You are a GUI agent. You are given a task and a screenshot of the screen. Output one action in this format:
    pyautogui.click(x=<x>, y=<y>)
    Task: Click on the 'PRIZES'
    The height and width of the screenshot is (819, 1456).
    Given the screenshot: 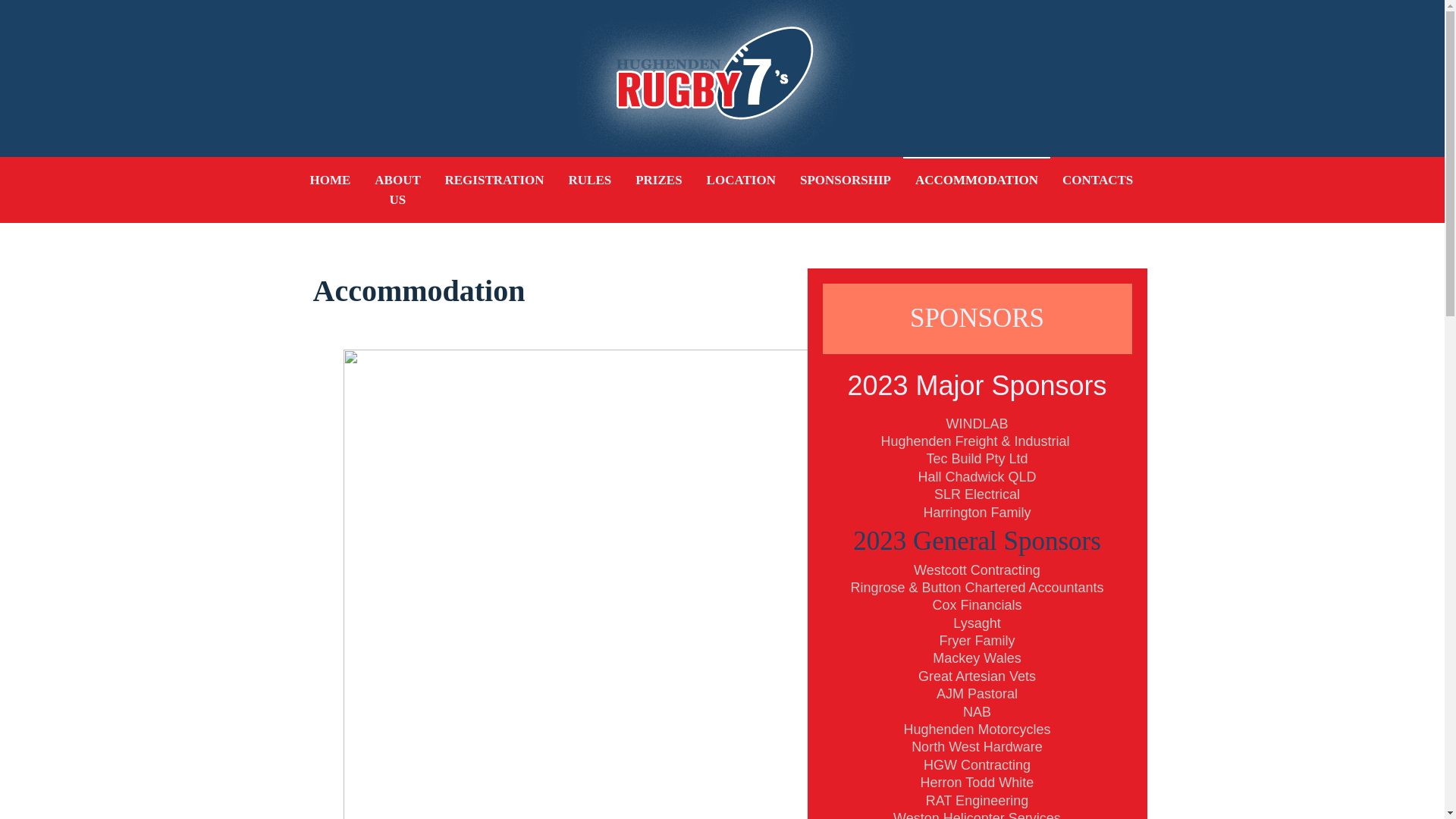 What is the action you would take?
    pyautogui.click(x=658, y=180)
    